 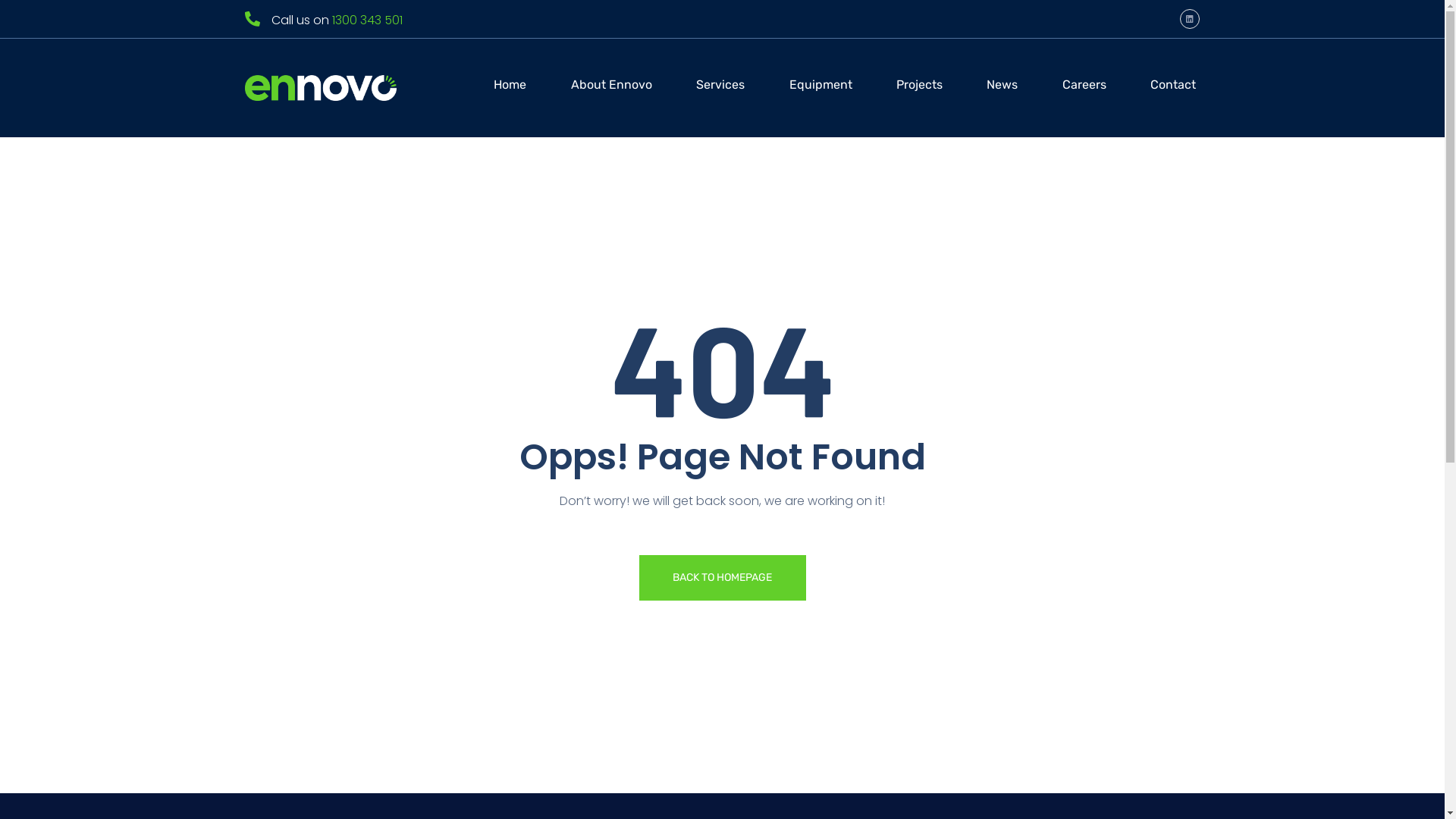 I want to click on '1300 343 501', so click(x=367, y=20).